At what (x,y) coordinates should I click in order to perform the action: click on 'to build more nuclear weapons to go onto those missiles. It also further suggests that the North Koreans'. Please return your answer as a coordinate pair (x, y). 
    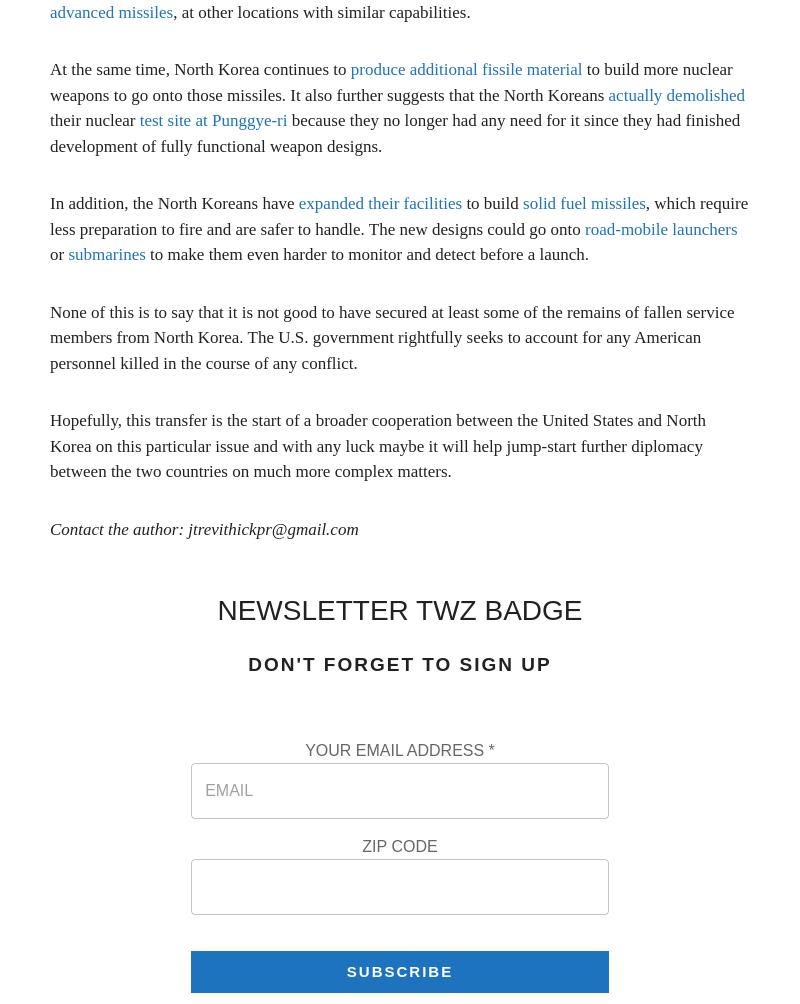
    Looking at the image, I should click on (49, 82).